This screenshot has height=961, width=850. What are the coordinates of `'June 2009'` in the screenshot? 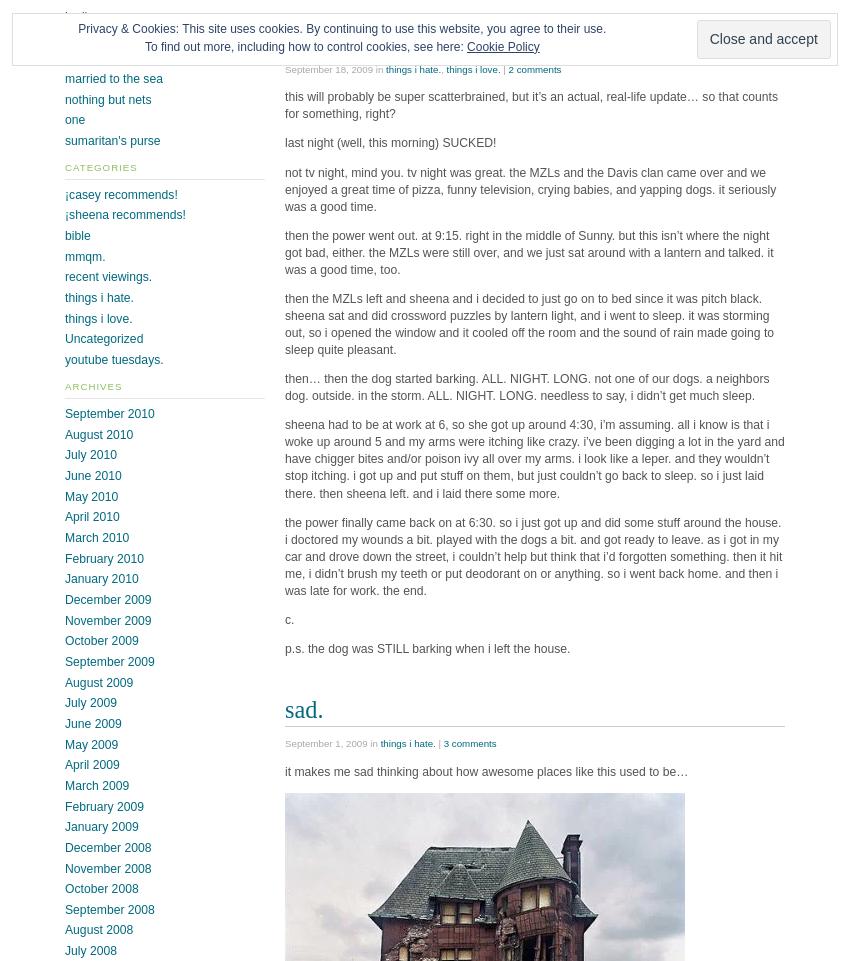 It's located at (91, 722).